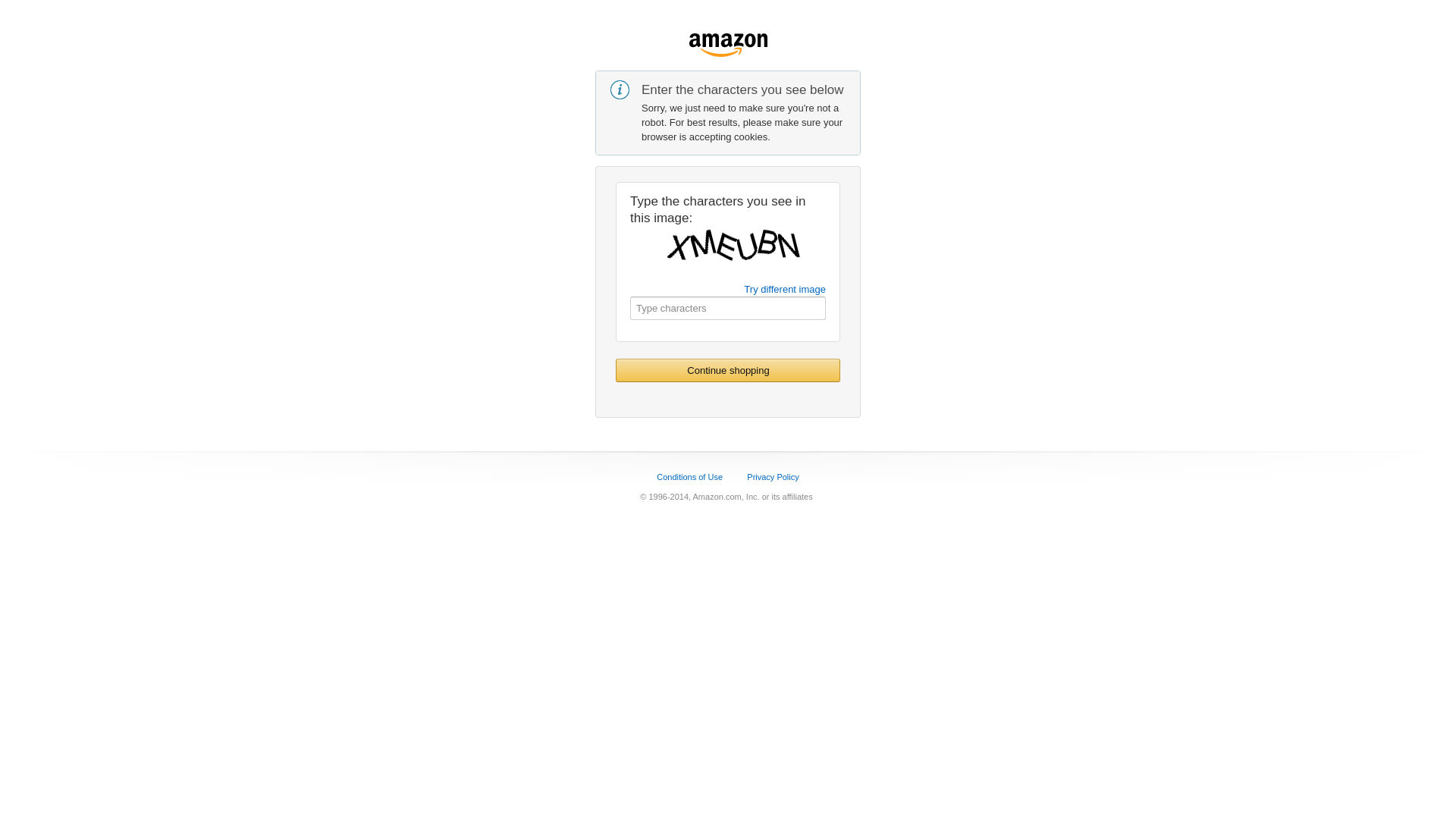 This screenshot has height=819, width=1456. What do you see at coordinates (689, 475) in the screenshot?
I see `'Conditions of Use'` at bounding box center [689, 475].